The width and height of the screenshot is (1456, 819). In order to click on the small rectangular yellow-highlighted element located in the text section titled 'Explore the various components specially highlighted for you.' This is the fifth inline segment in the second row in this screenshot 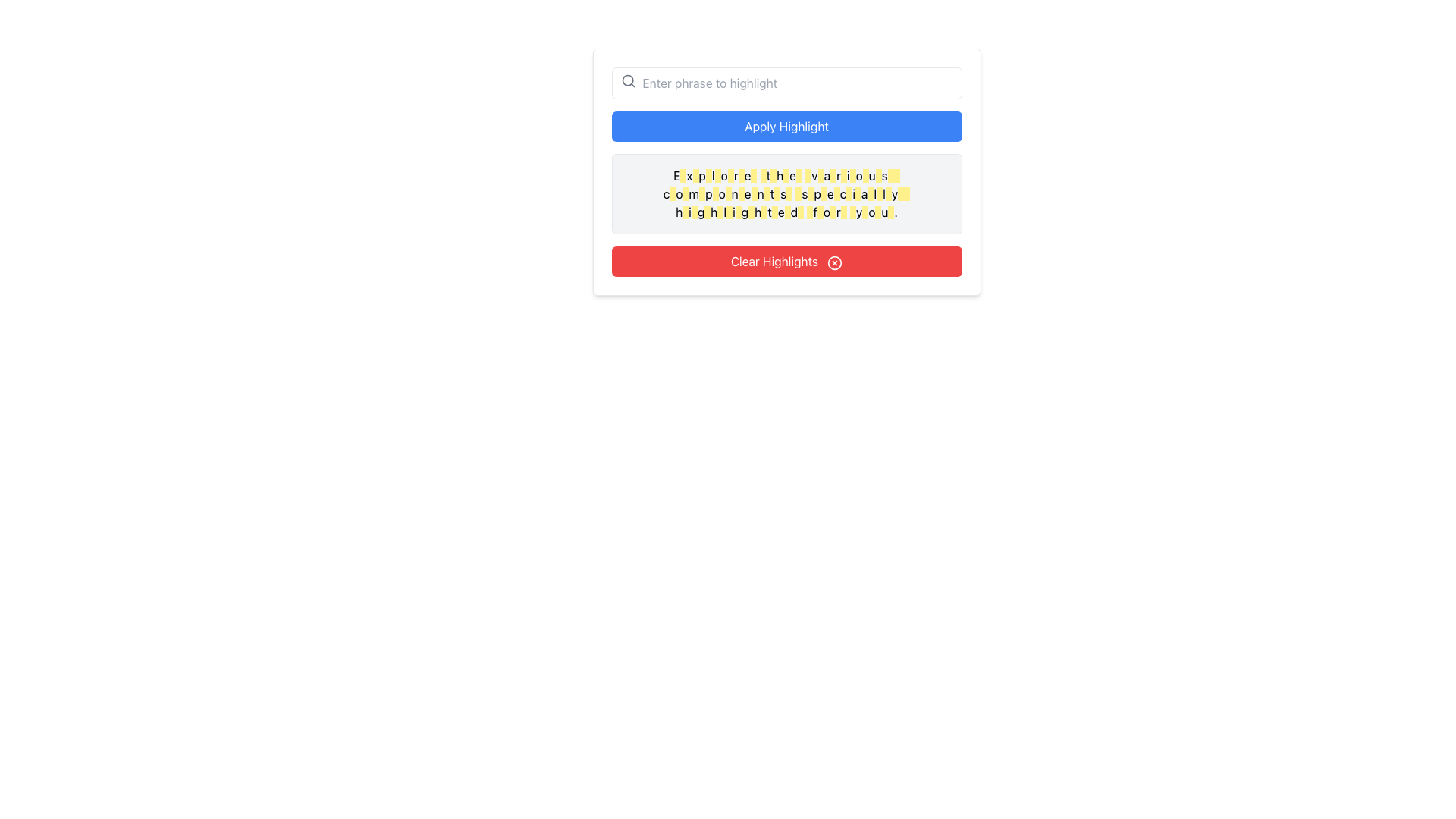, I will do `click(728, 193)`.